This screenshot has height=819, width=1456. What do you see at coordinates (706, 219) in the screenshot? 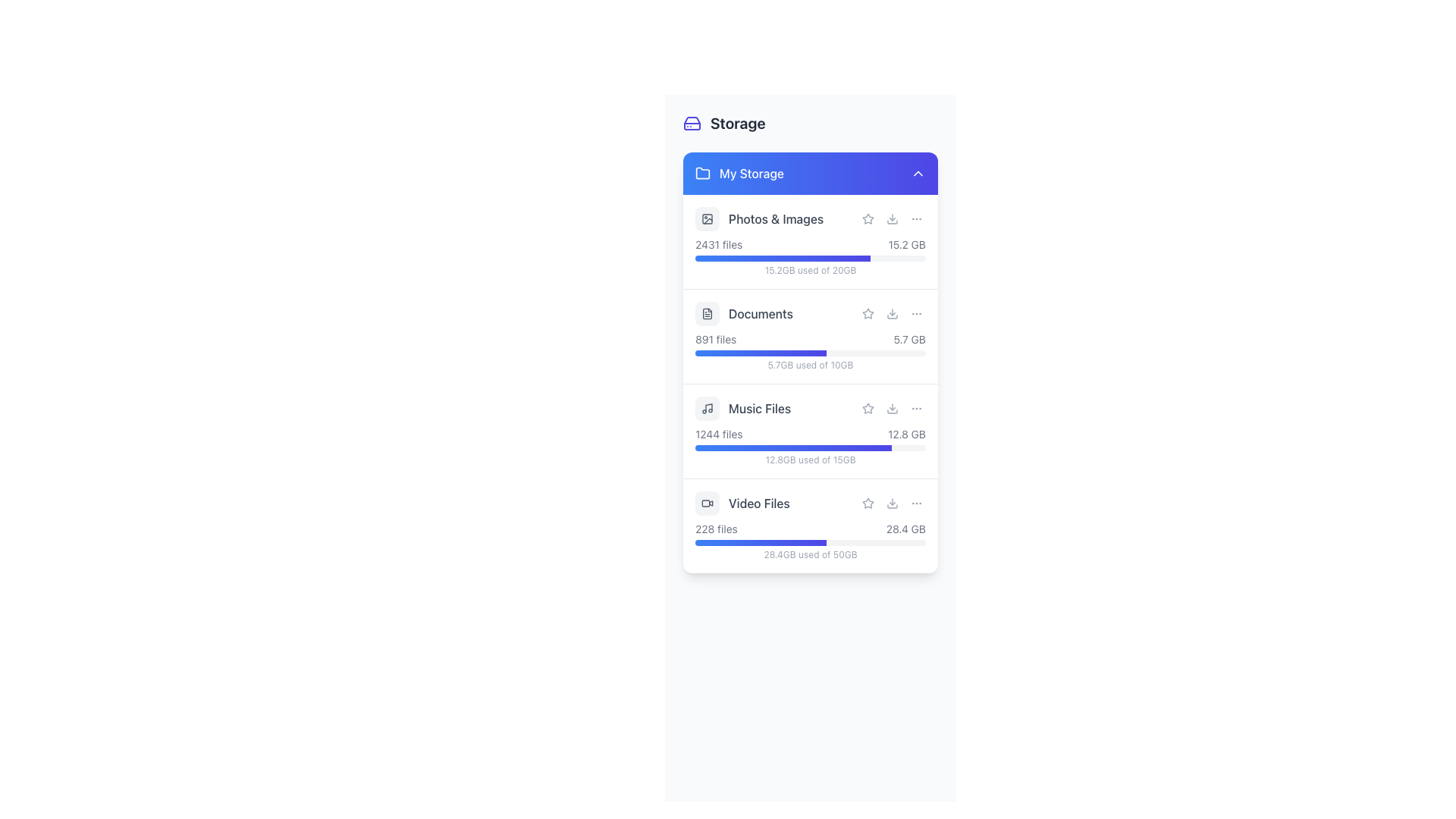
I see `the icon representing a content category, which resembles an image placeholder, located in the 'Photos & Images' section under the 'My Storage' collapsible card` at bounding box center [706, 219].